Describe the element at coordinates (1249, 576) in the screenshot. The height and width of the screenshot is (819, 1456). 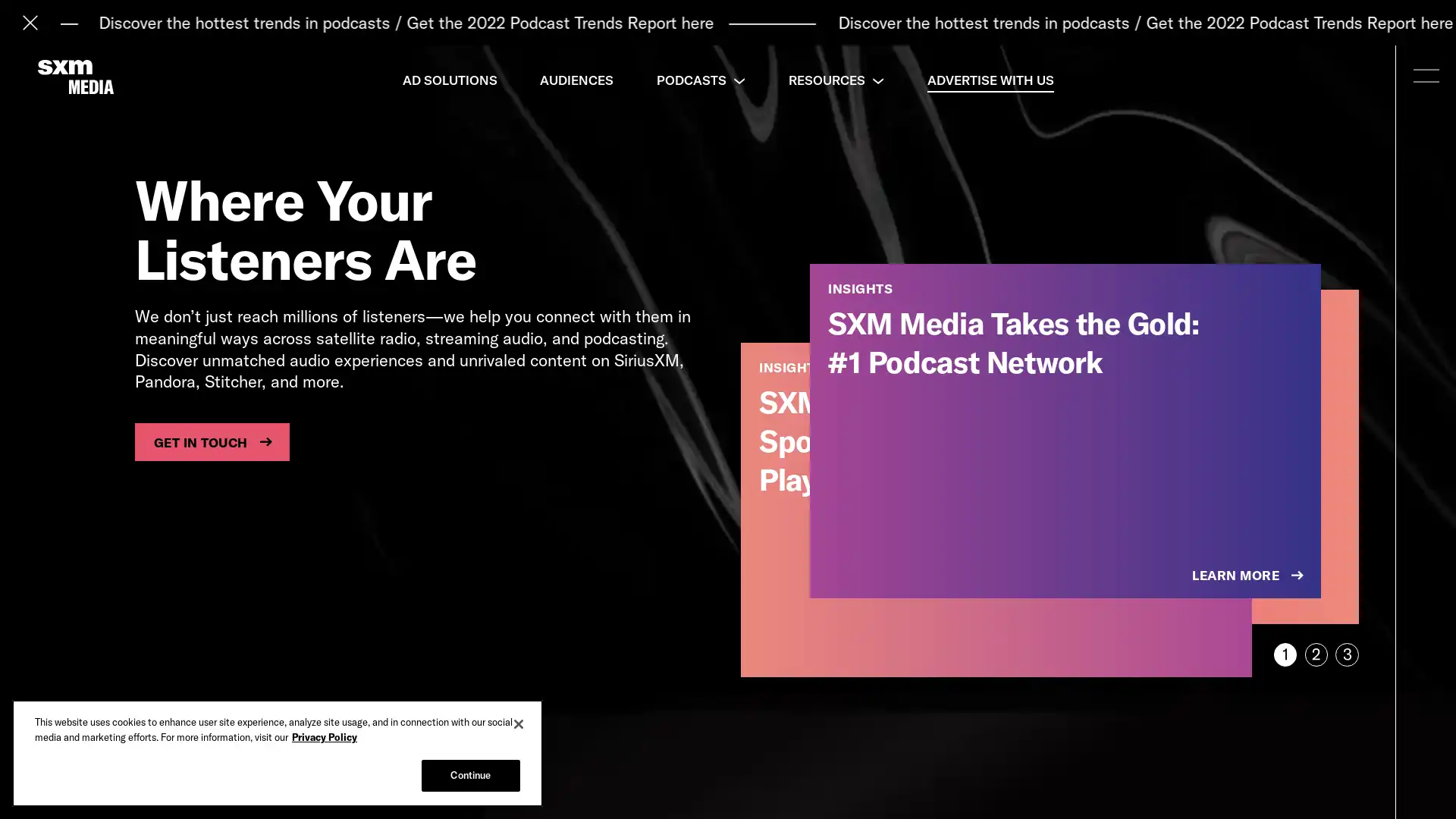
I see `LEARN MORE` at that location.